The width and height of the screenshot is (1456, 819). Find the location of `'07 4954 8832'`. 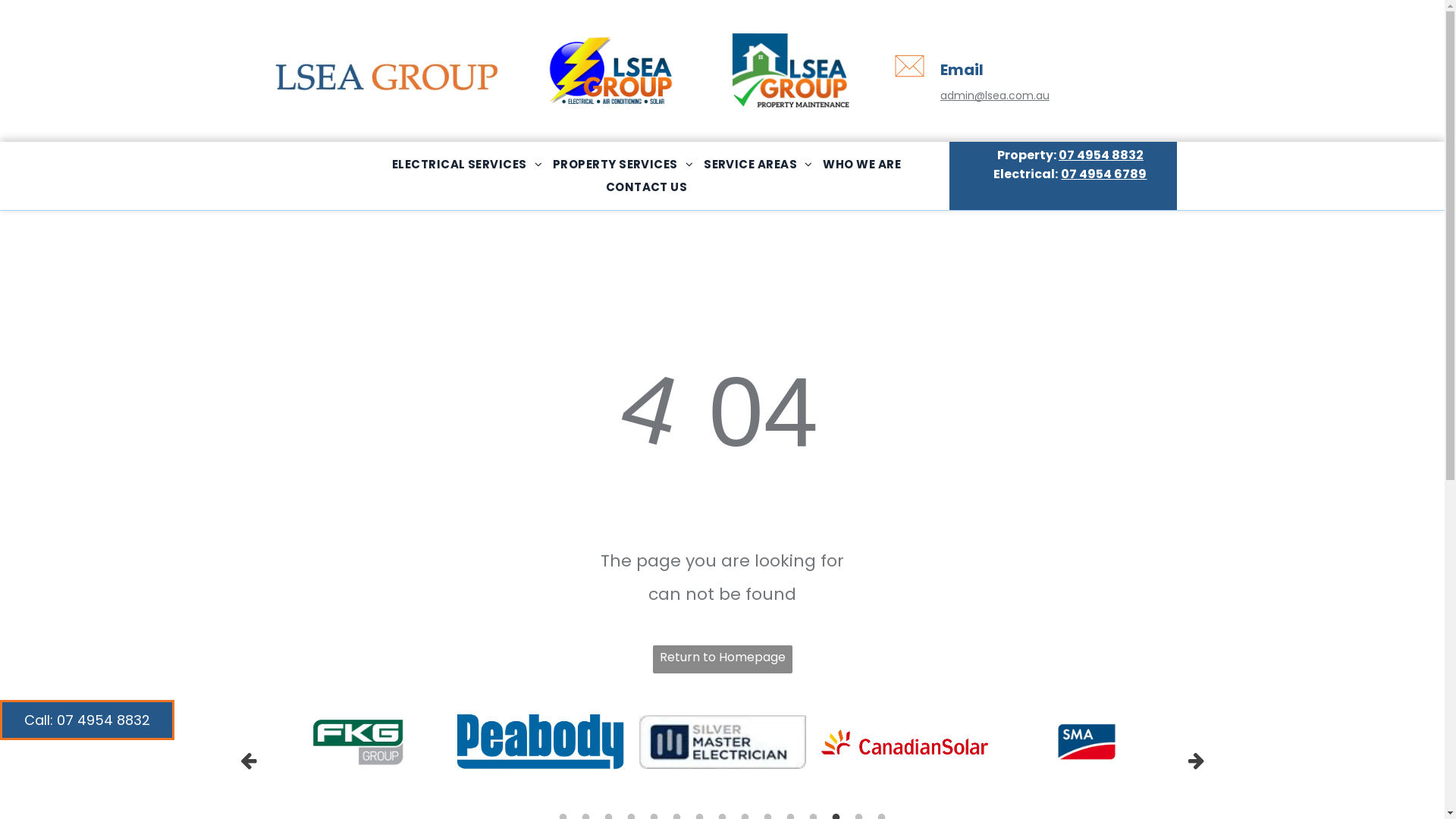

'07 4954 8832' is located at coordinates (1100, 155).